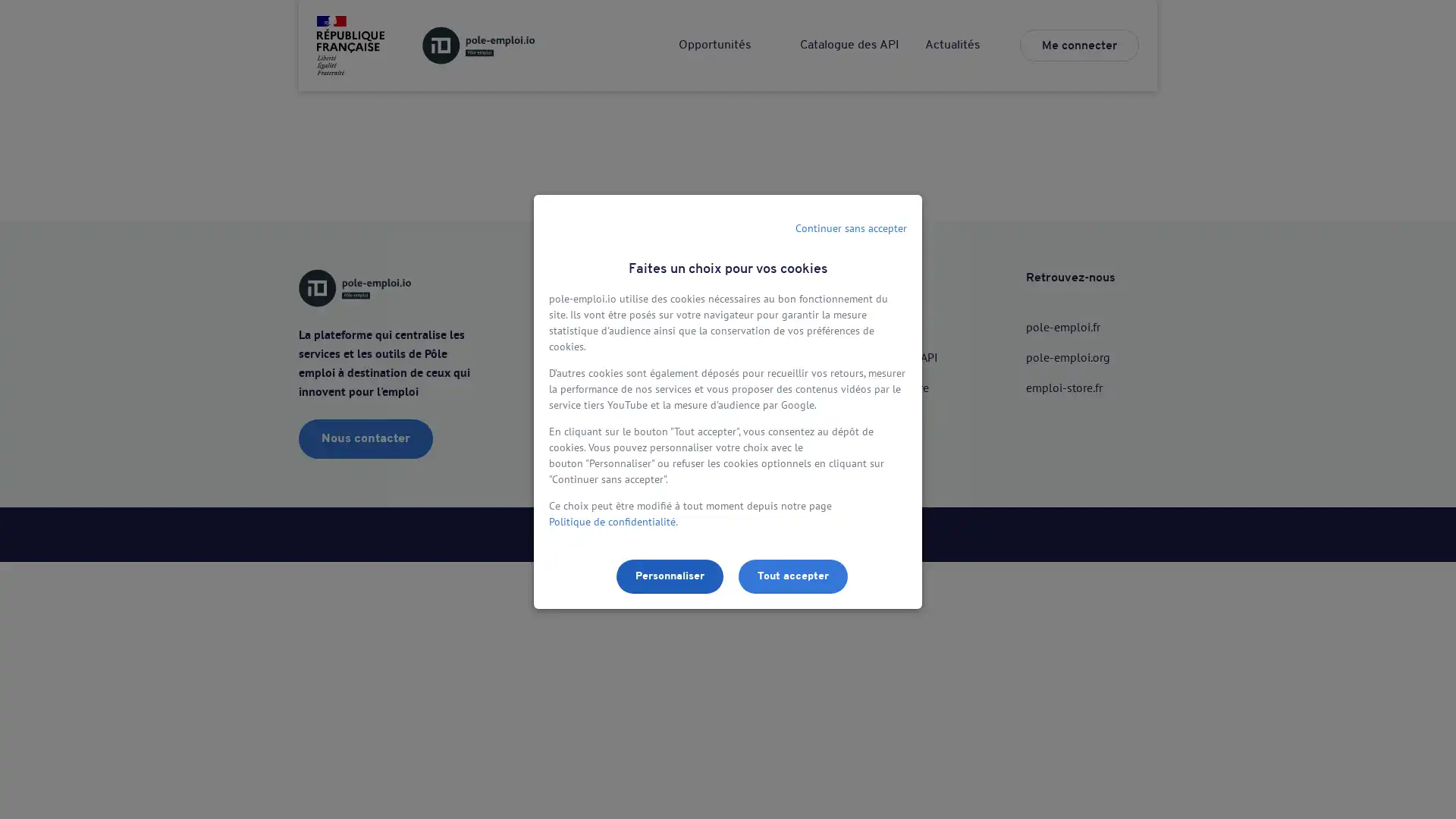 The width and height of the screenshot is (1456, 819). I want to click on Utiliser lAPI, so click(356, 400).